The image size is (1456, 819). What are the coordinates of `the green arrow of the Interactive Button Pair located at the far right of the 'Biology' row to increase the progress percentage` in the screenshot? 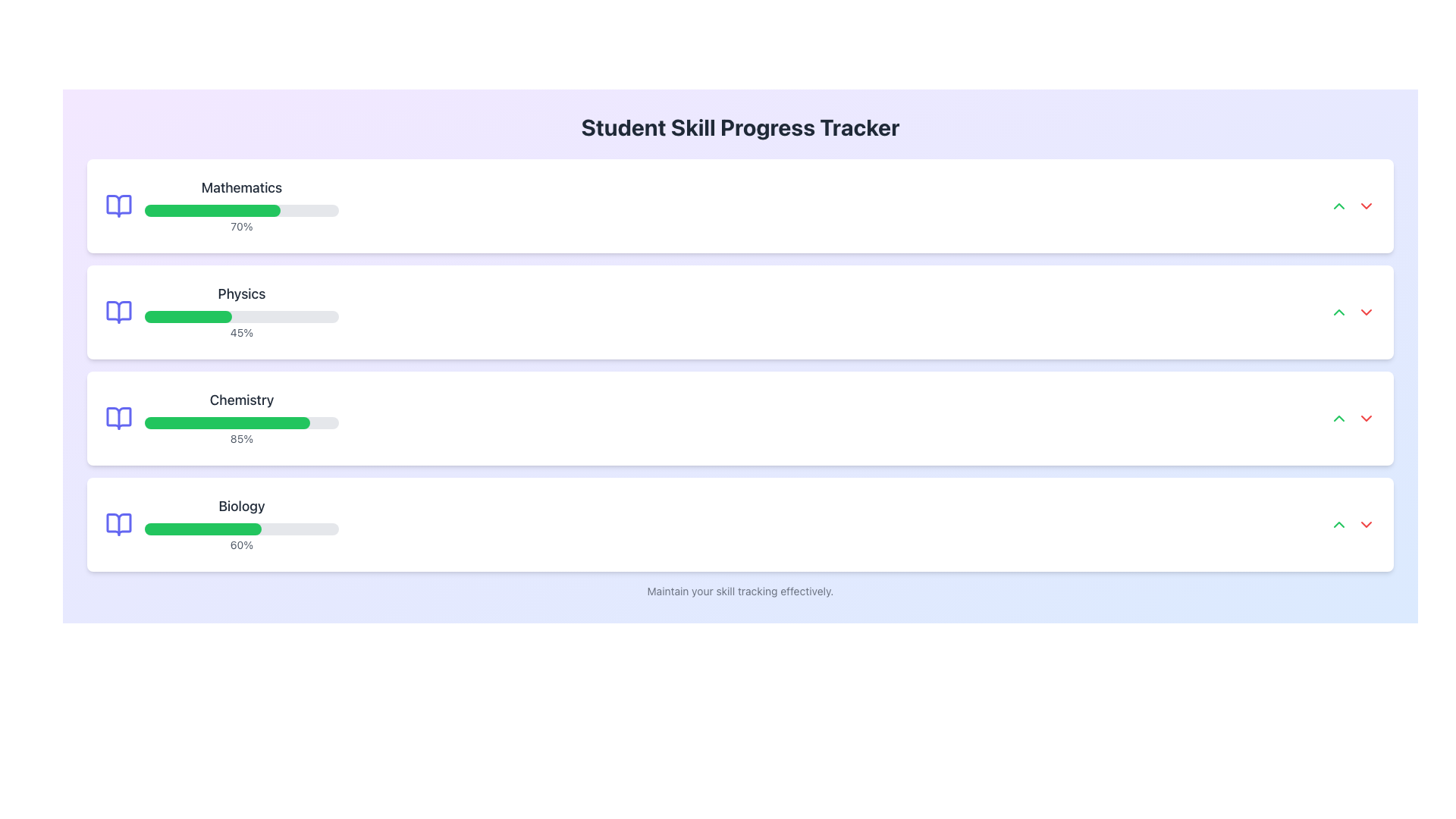 It's located at (1353, 523).